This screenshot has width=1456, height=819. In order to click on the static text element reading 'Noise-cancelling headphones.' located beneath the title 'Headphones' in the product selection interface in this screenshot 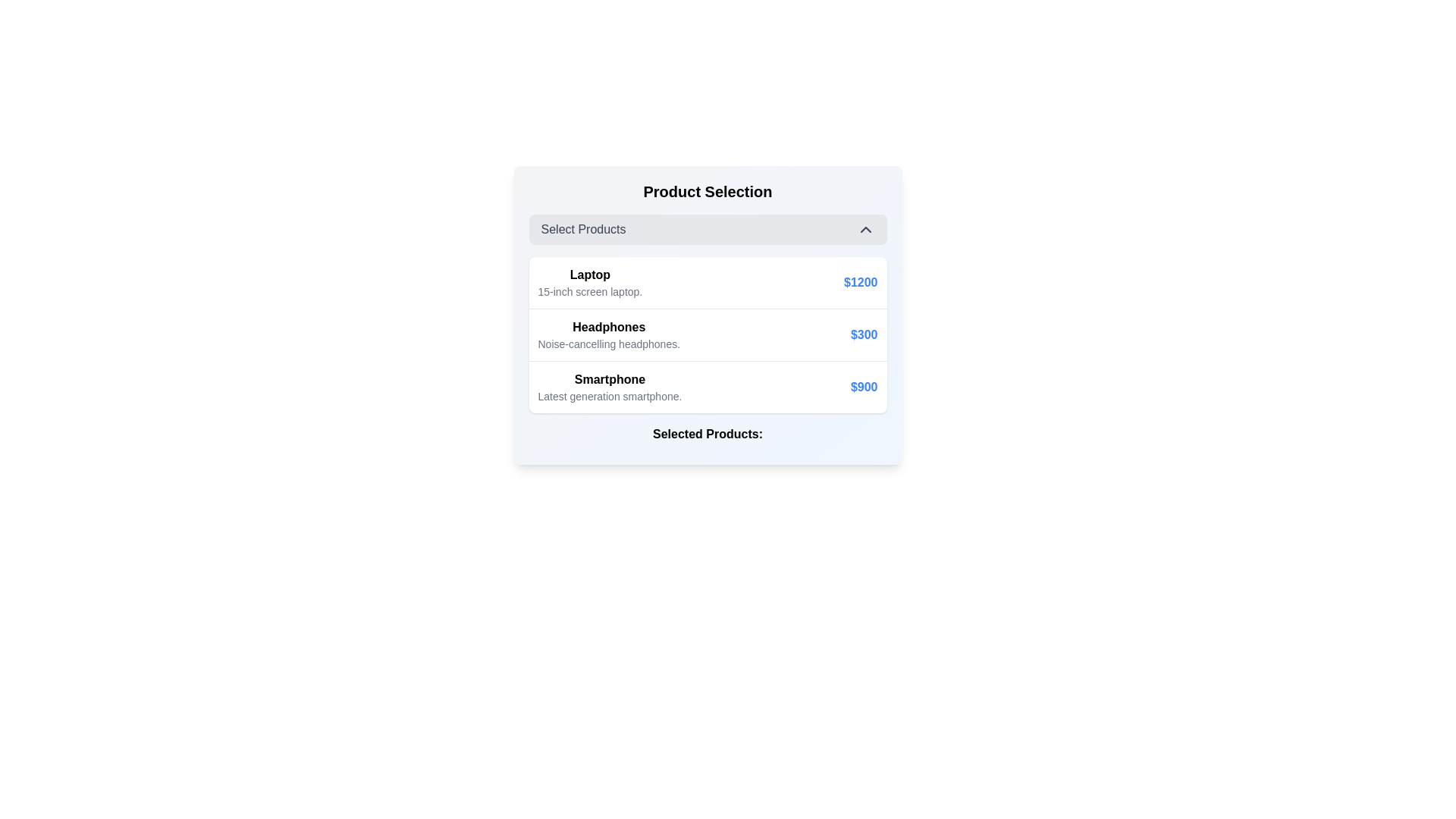, I will do `click(609, 344)`.